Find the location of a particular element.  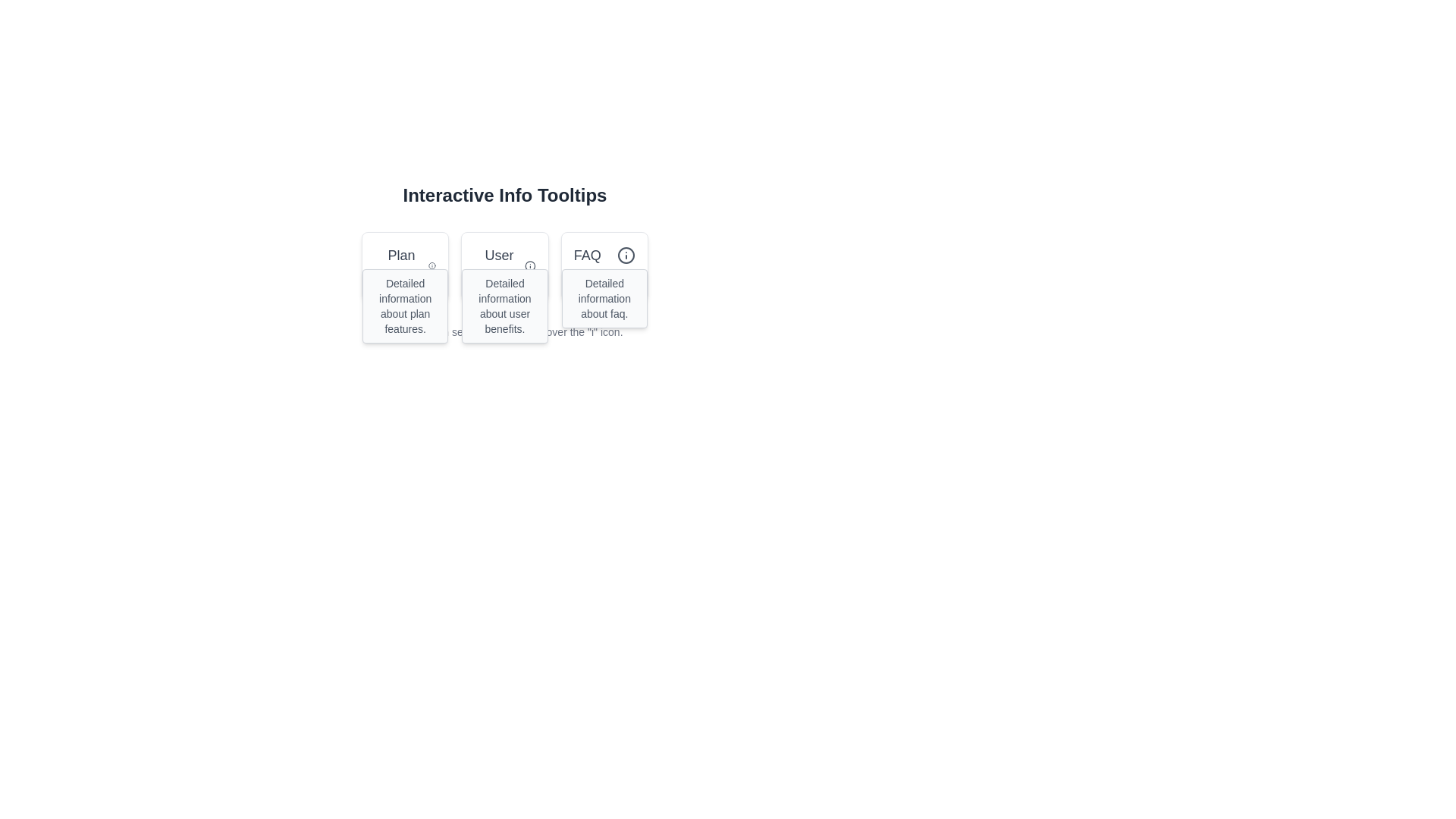

the text display that reads 'Detailed information about faq.', which is styled in a lighter shade of gray and located directly below the 'FAQ' header in the third card from the left is located at coordinates (604, 298).